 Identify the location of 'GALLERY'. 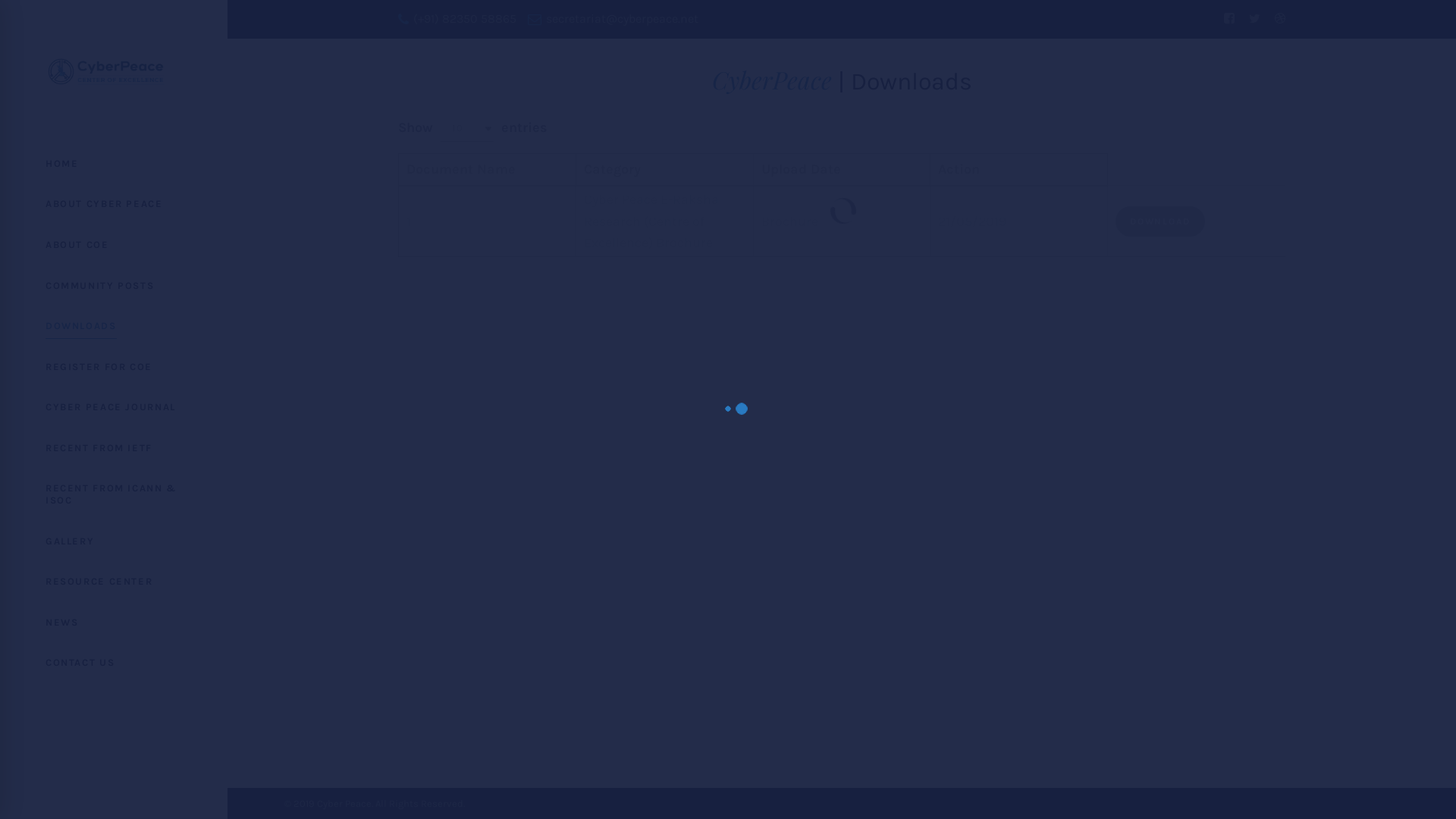
(0, 540).